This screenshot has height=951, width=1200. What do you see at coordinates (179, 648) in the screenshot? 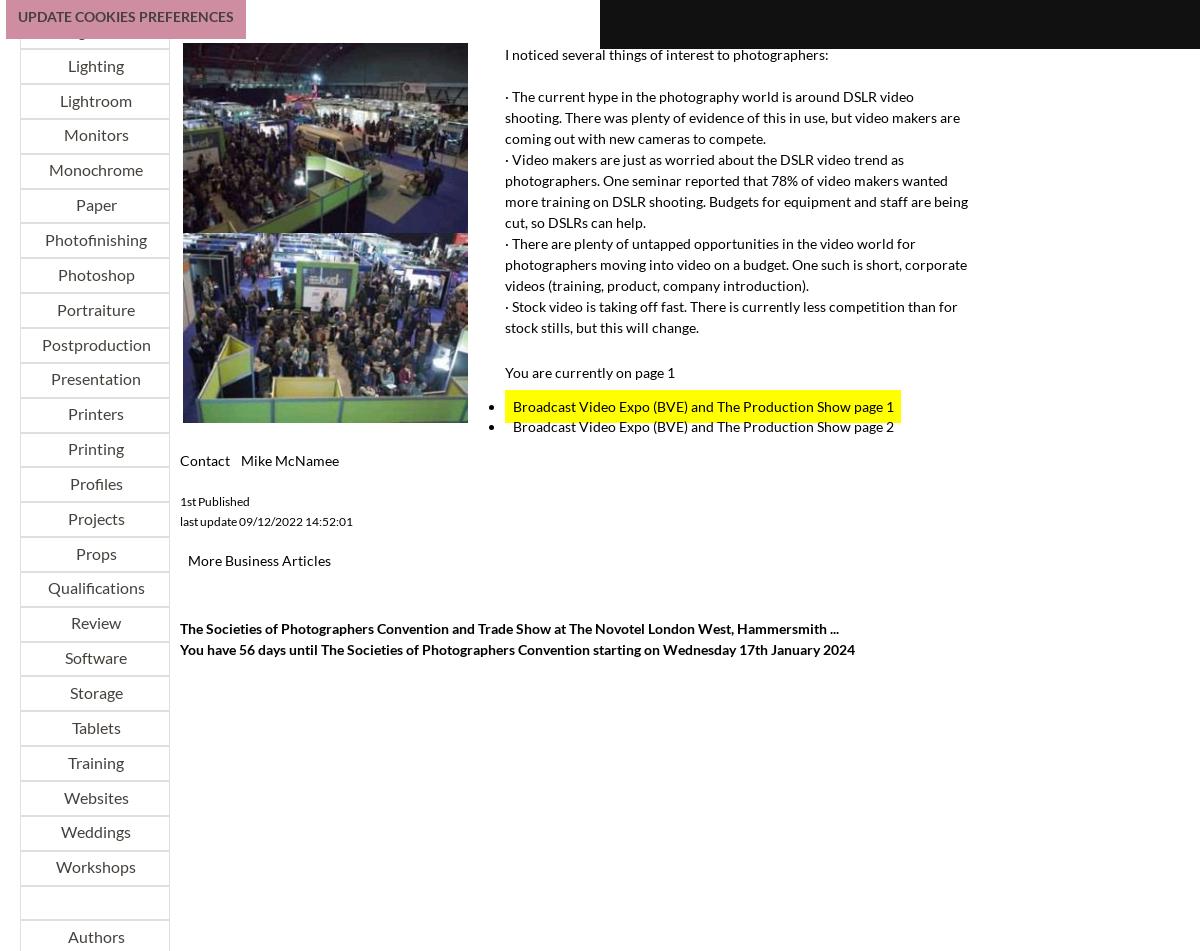
I see `'You have  56 days until The Societies of Photographers Convention starting on   Wednesday 17th January 2024'` at bounding box center [179, 648].